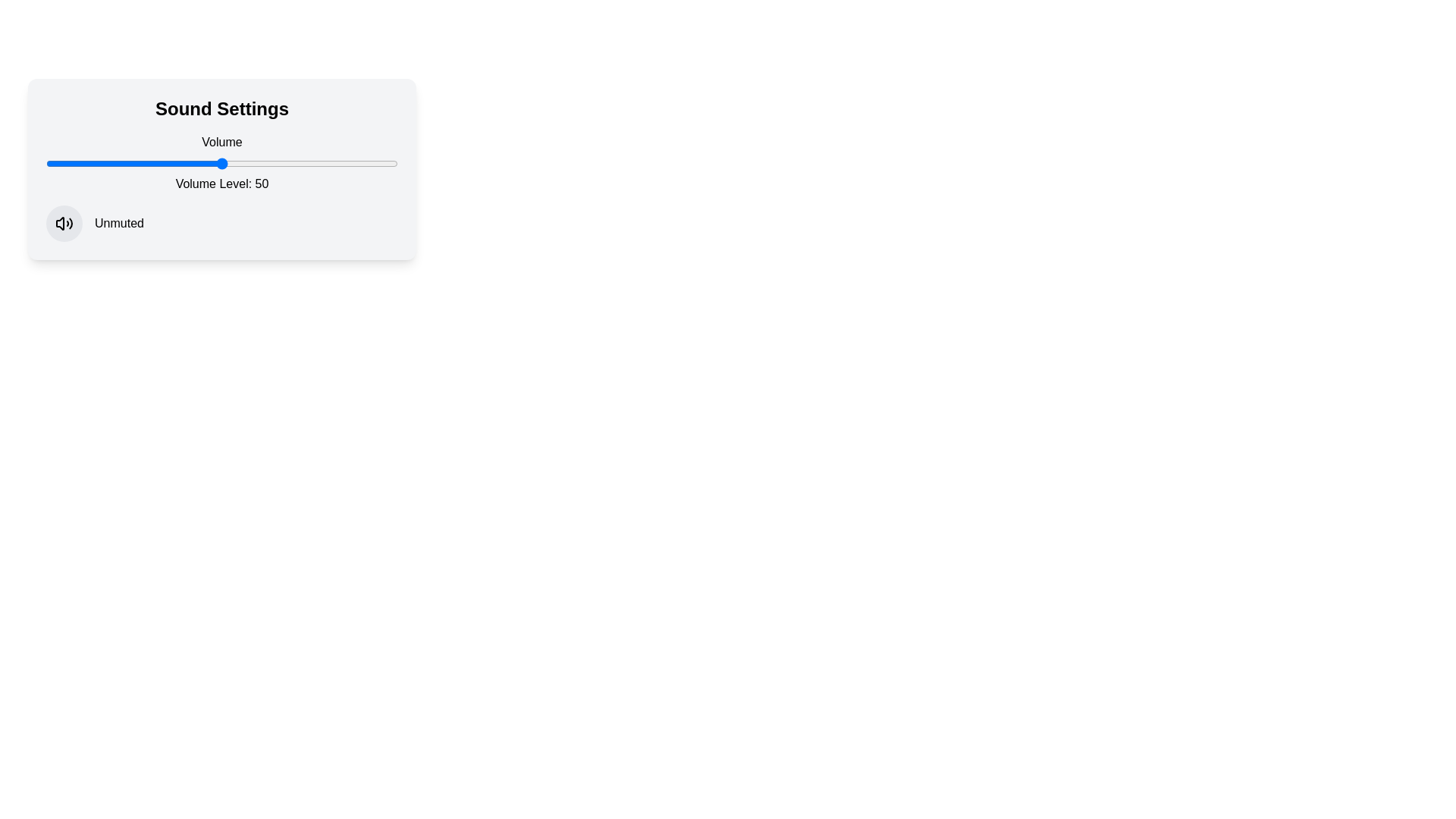 This screenshot has height=819, width=1456. I want to click on the volume, so click(319, 164).